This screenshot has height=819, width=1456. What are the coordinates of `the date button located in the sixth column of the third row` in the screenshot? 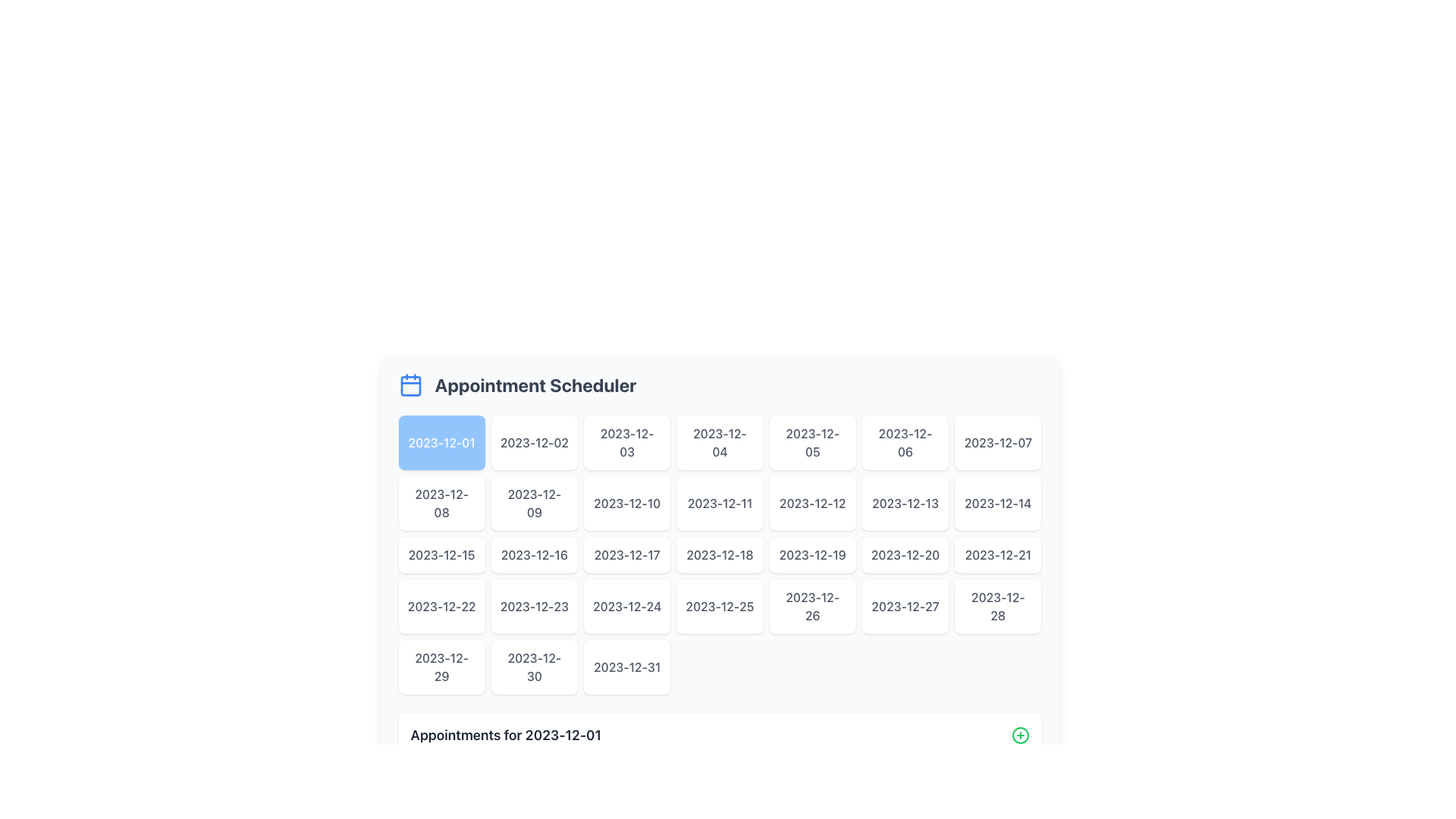 It's located at (998, 555).